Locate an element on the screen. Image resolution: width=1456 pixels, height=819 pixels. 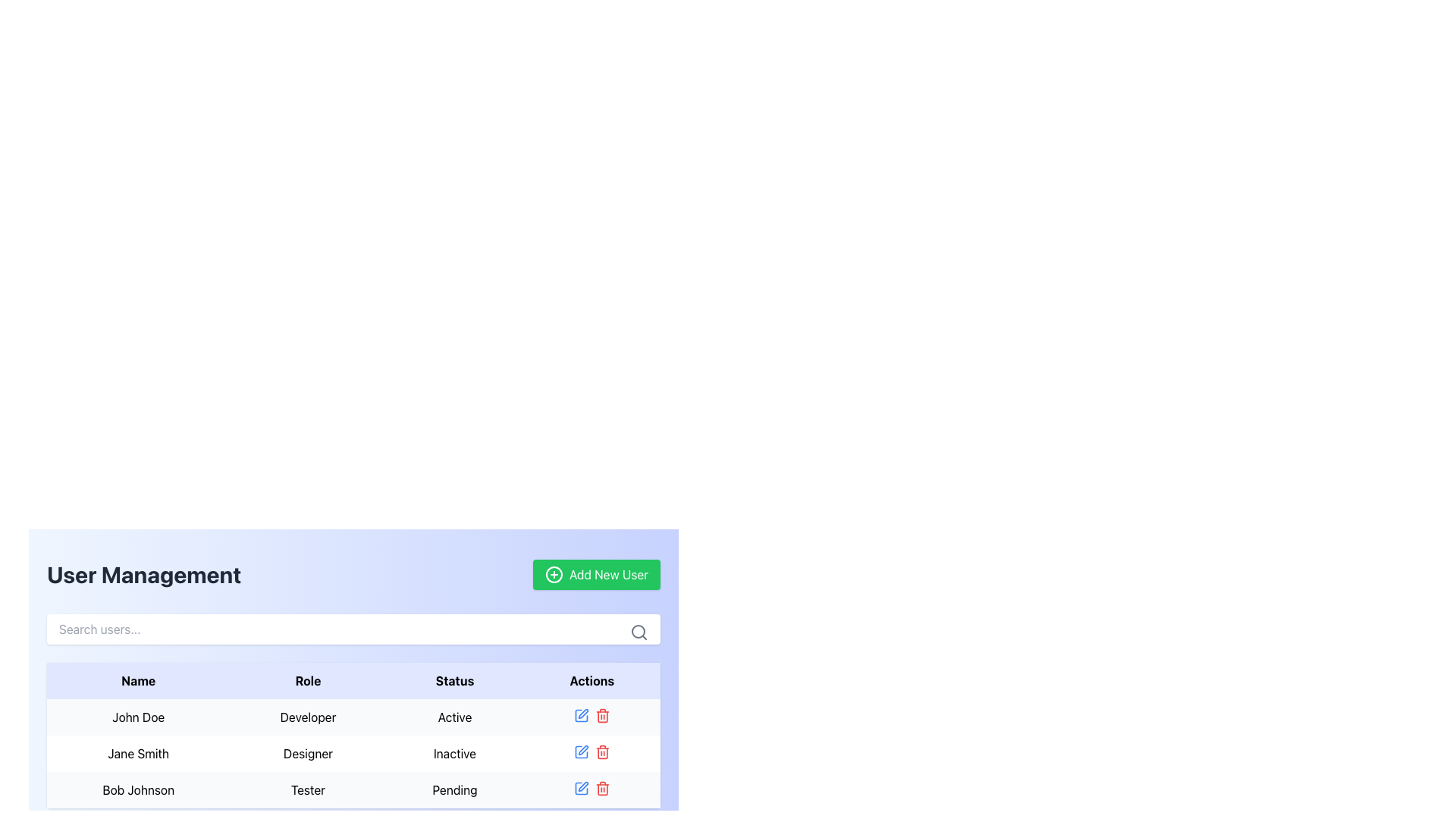
the 'Pending' static text label in the third row of the 'Status' column, which is under the user 'Bob Johnson' is located at coordinates (454, 789).